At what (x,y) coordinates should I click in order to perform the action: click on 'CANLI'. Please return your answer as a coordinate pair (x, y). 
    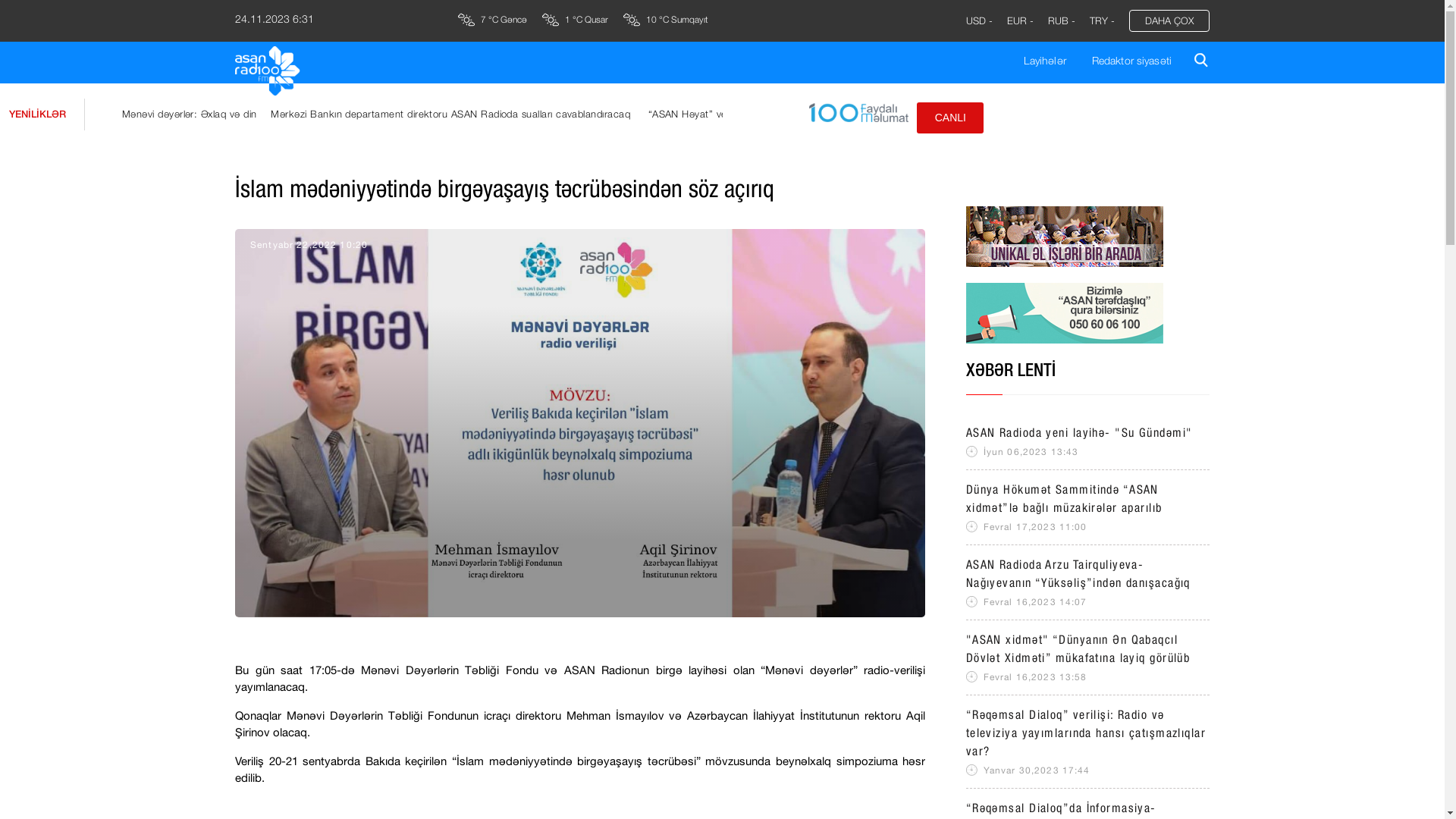
    Looking at the image, I should click on (949, 117).